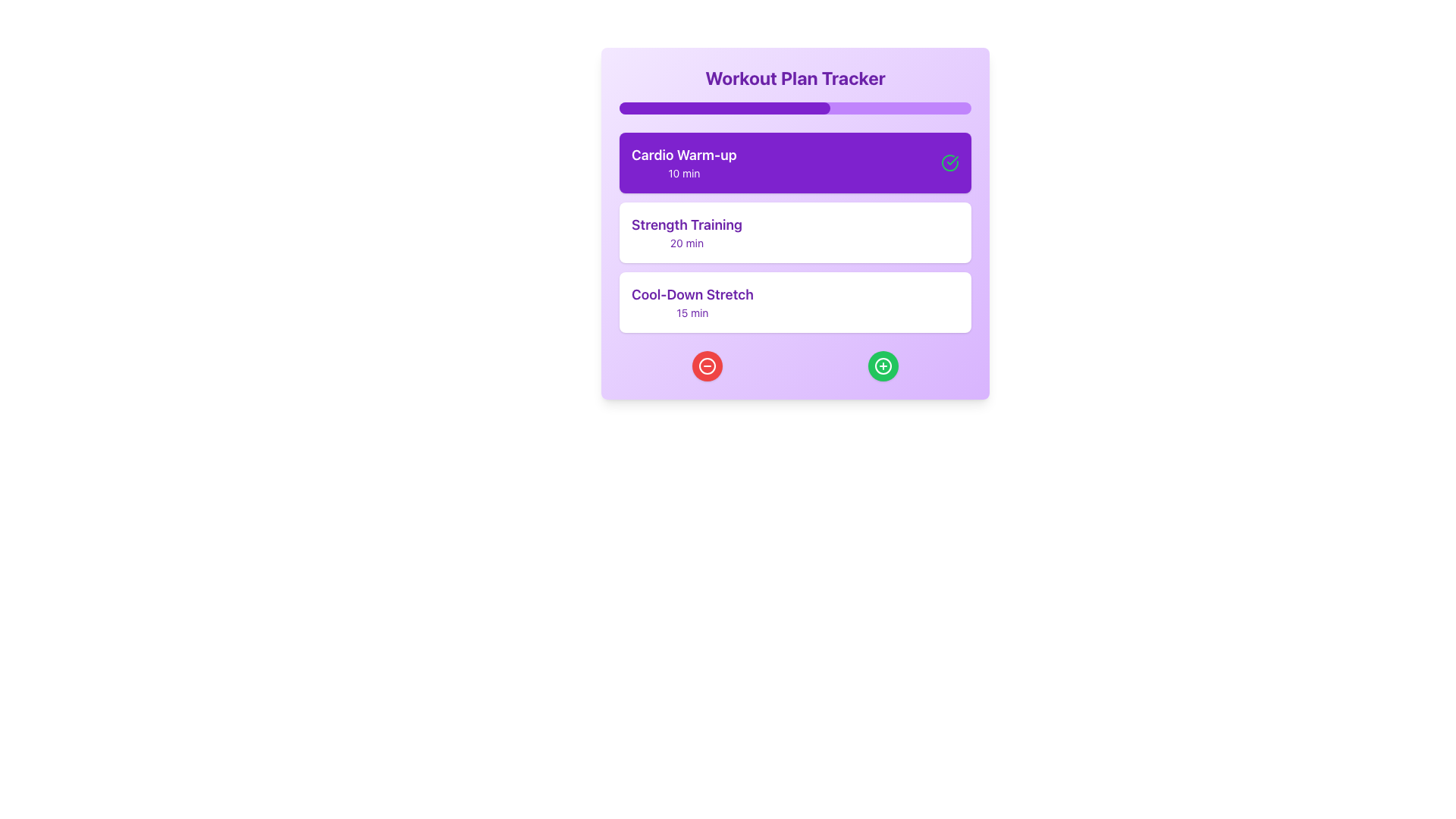 The height and width of the screenshot is (819, 1456). I want to click on the second card in the 'Workout Plan Tracker' section, so click(795, 233).